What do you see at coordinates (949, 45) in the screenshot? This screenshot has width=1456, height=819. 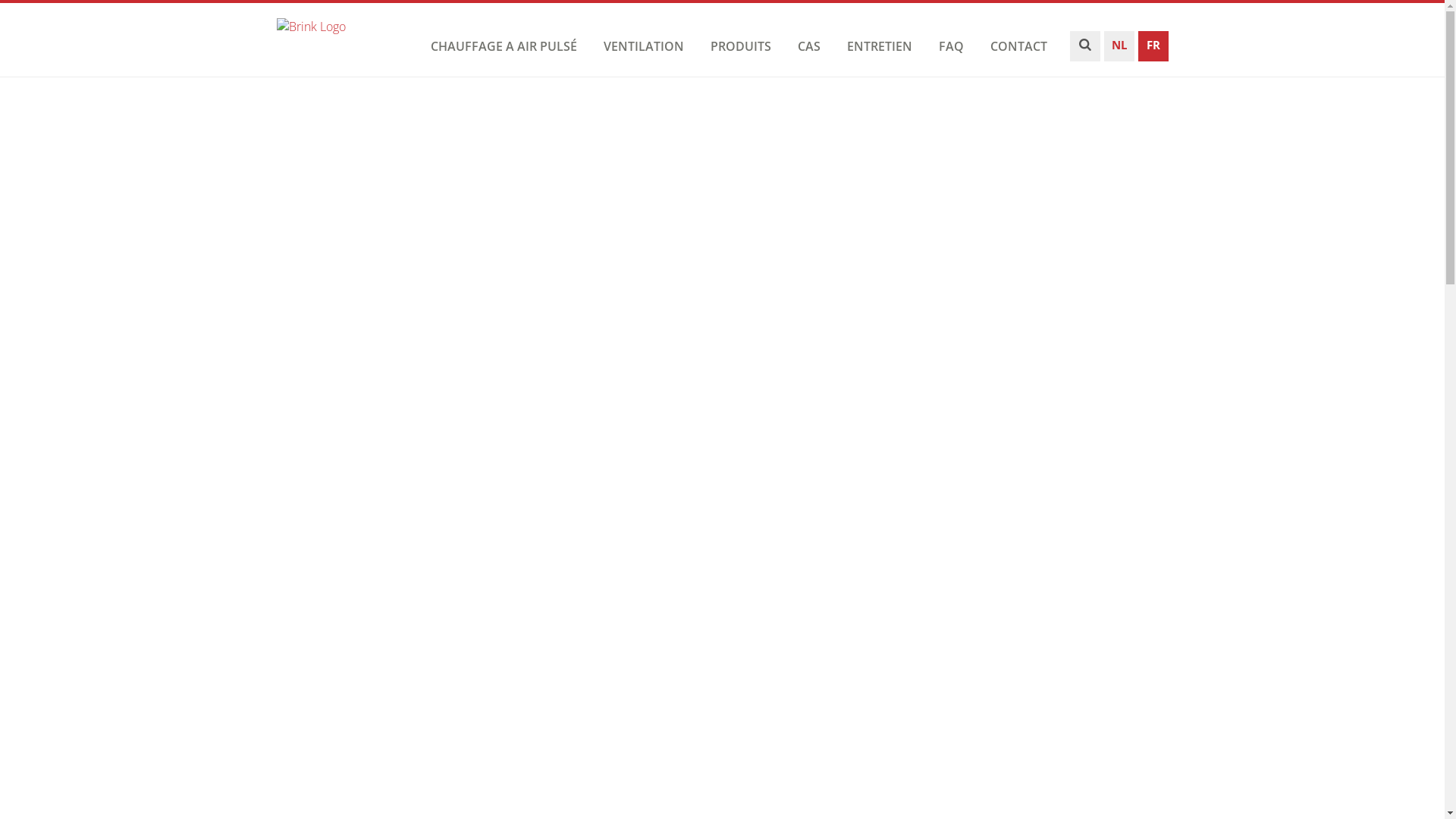 I see `'FAQ'` at bounding box center [949, 45].